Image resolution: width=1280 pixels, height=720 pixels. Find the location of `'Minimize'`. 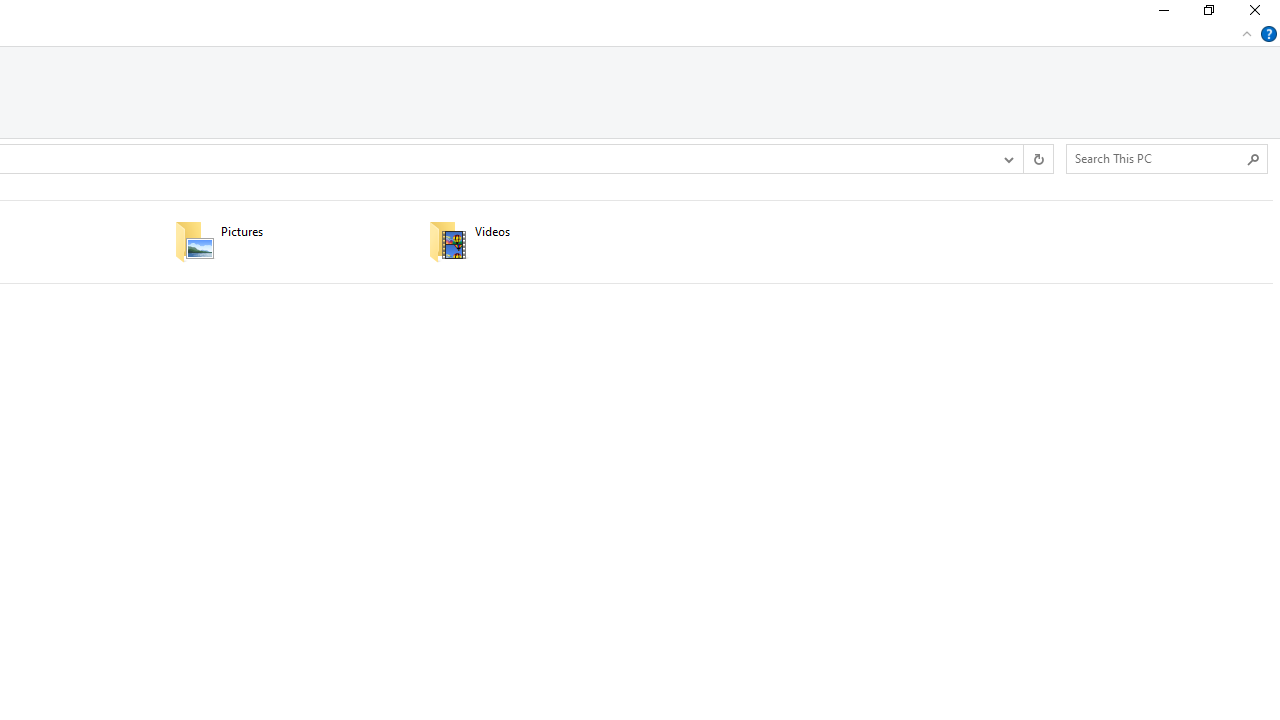

'Minimize' is located at coordinates (1162, 15).